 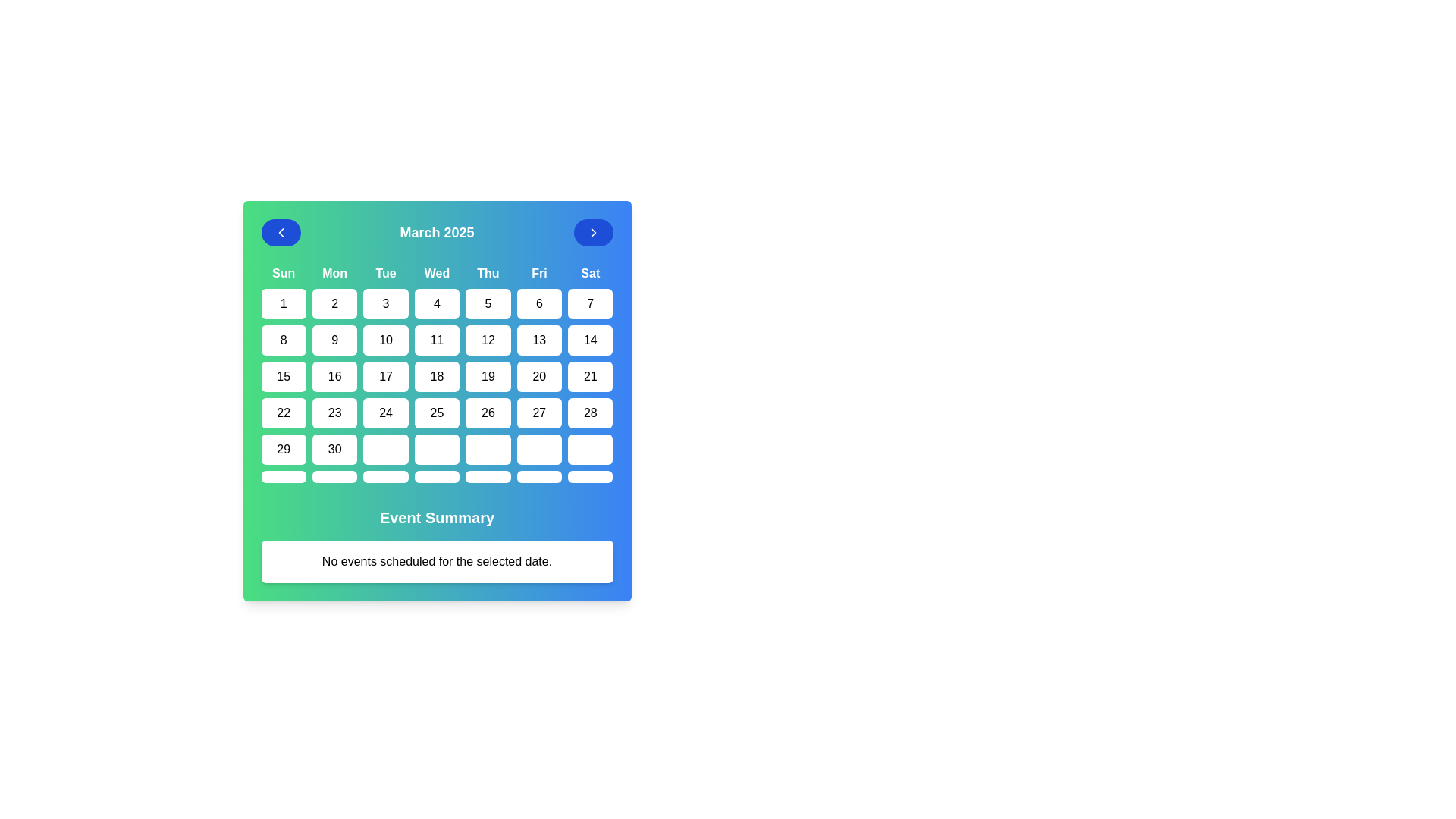 What do you see at coordinates (436, 400) in the screenshot?
I see `the dates in the Calendar View for additional information, which is displayed within the interactive grid of dates for March 2025` at bounding box center [436, 400].